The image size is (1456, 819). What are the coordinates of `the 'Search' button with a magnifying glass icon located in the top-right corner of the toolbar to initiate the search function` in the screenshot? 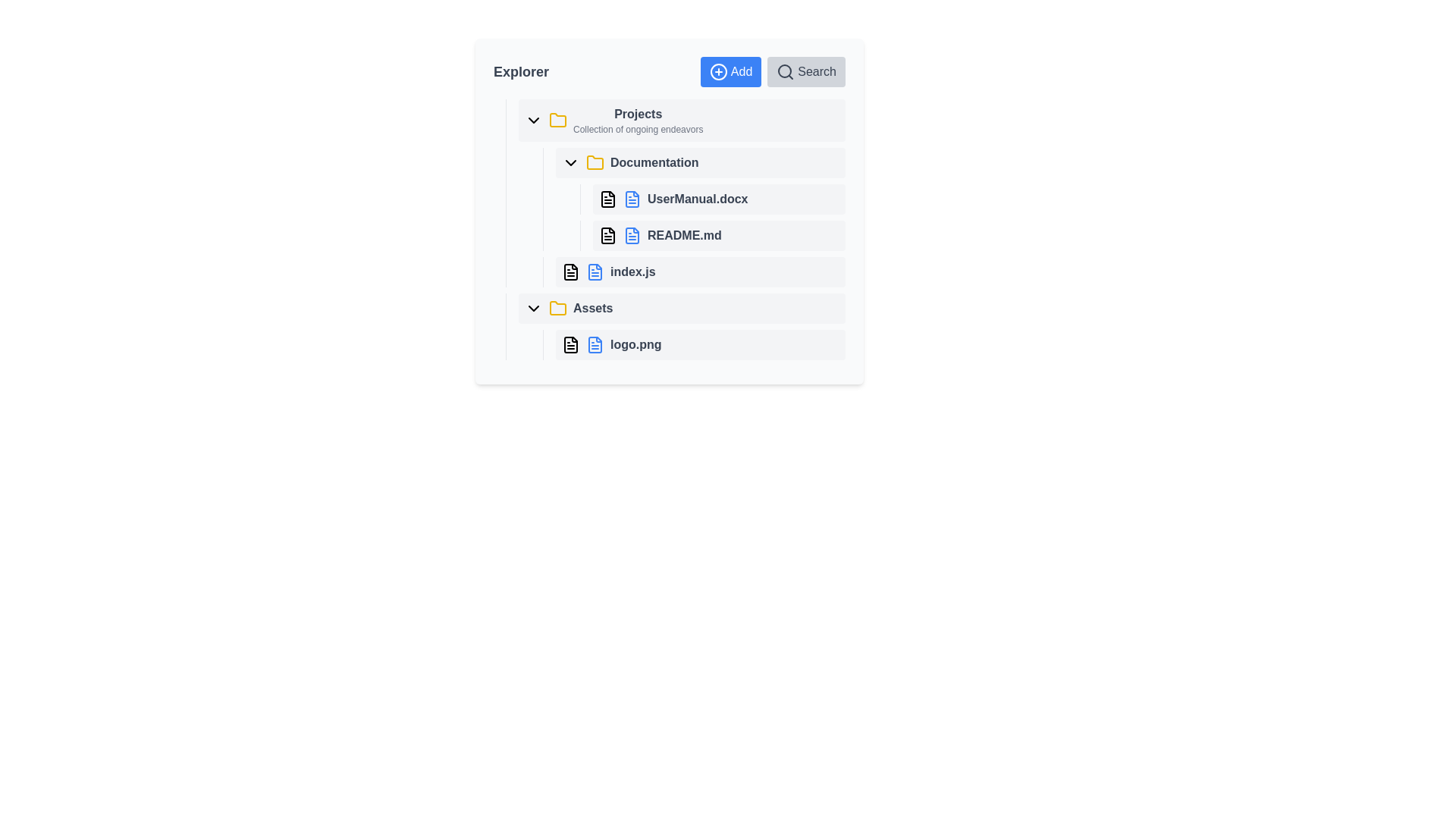 It's located at (805, 72).